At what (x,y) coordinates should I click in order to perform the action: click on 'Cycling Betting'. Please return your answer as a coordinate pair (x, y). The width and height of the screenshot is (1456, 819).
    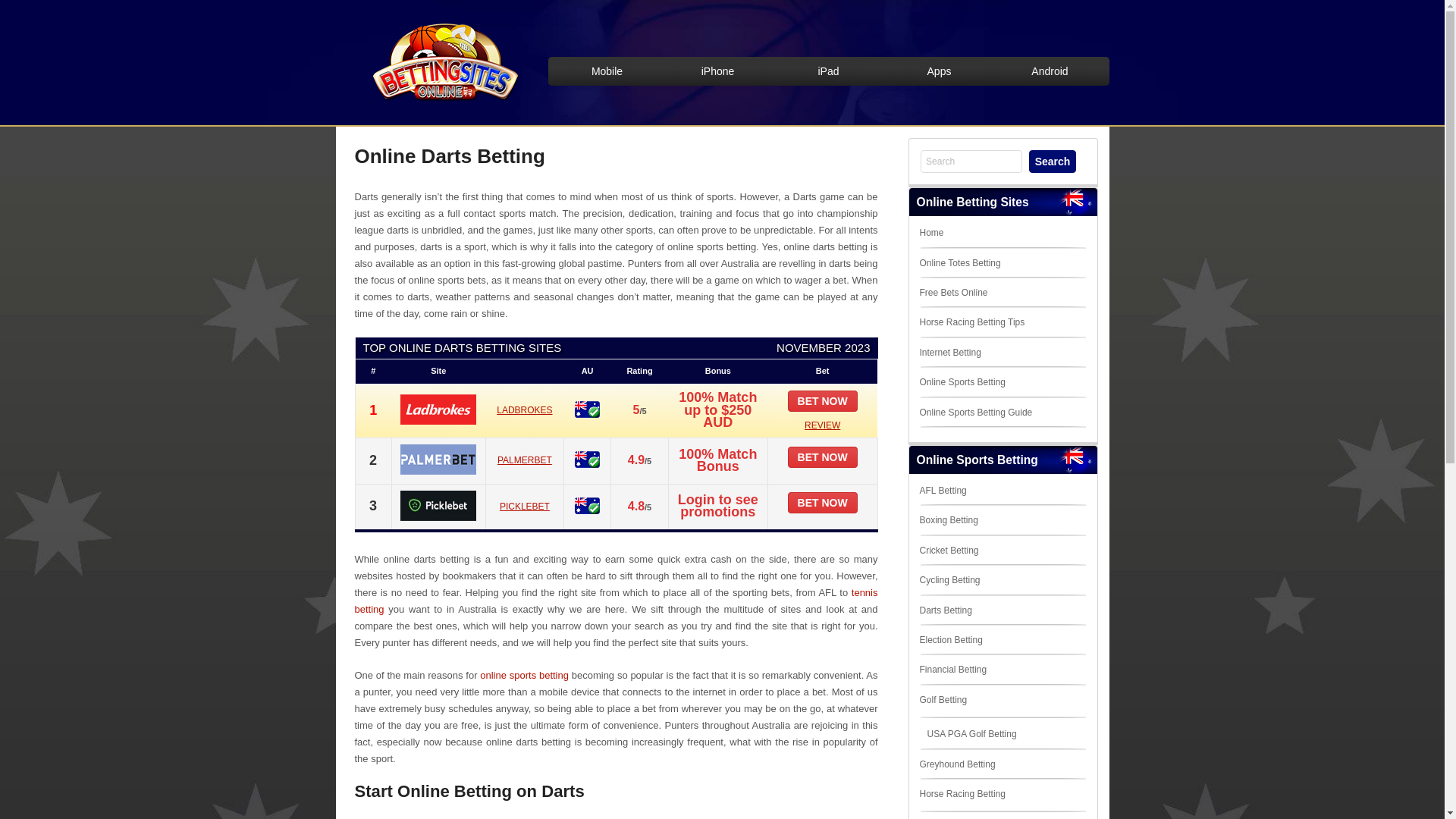
    Looking at the image, I should click on (949, 579).